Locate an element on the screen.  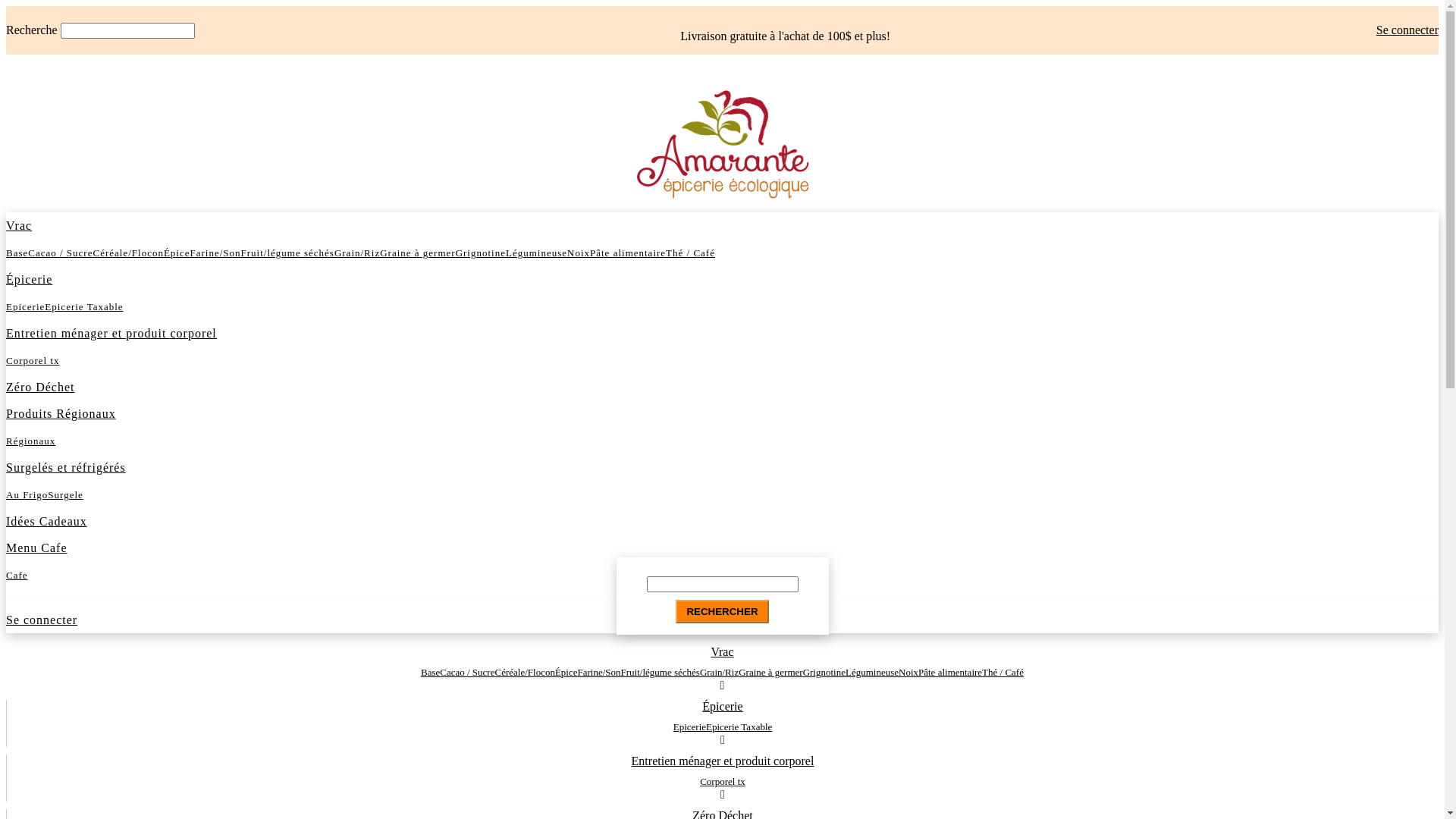
'Se connecter' is located at coordinates (1376, 30).